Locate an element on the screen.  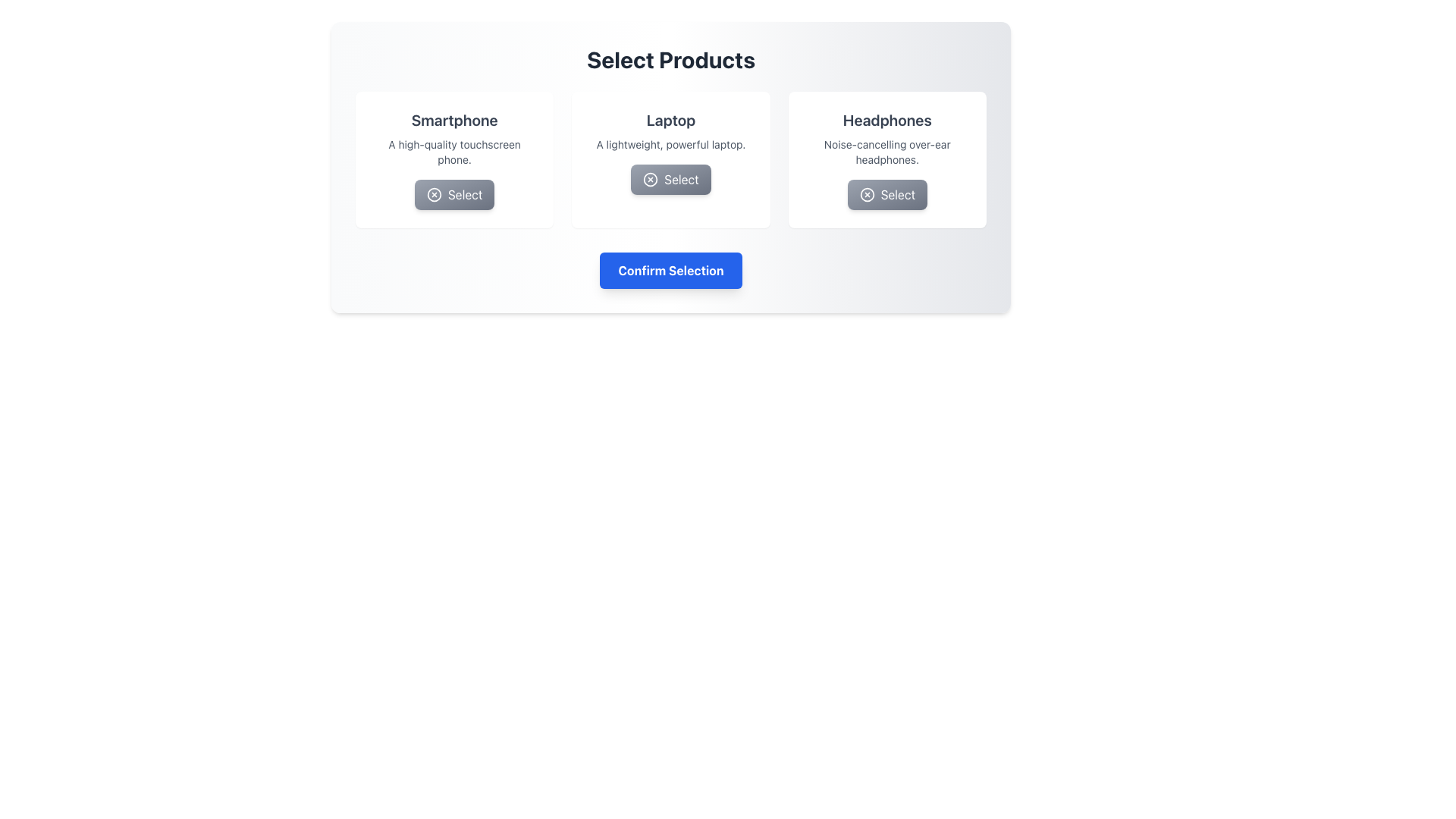
the horizontally elongated button with a gray gradient background labeled 'Select' is located at coordinates (670, 178).